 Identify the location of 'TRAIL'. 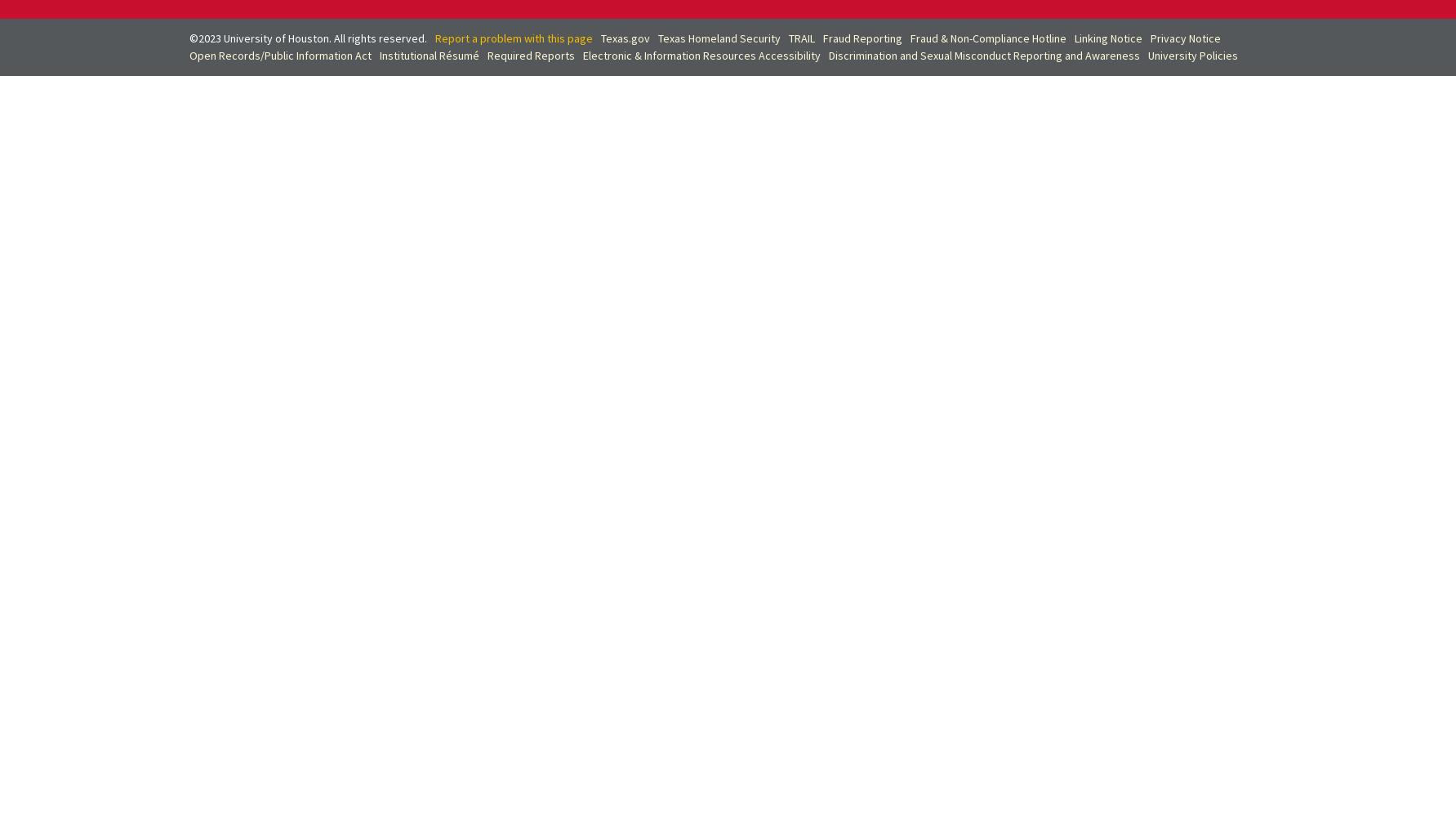
(786, 38).